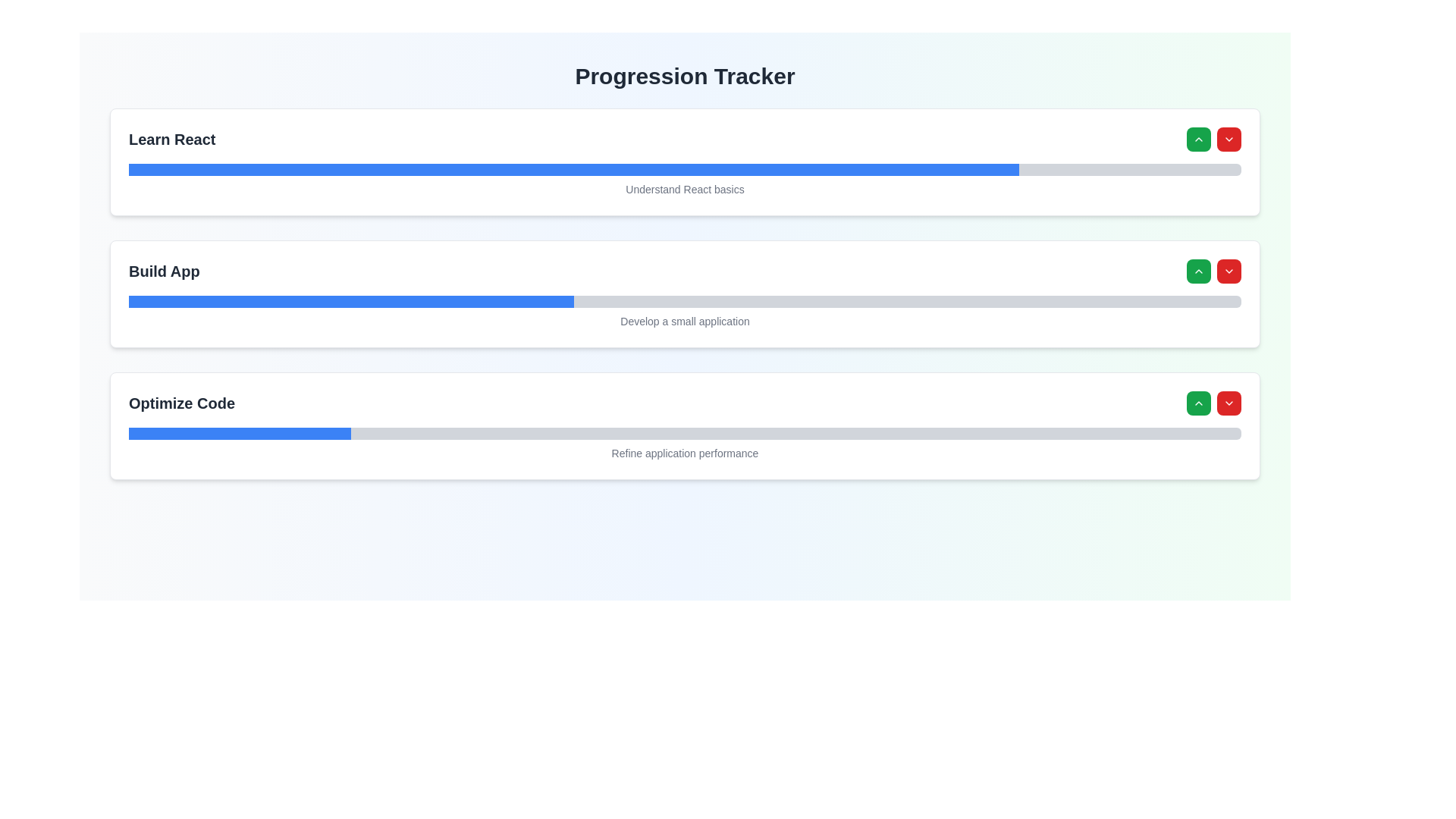 This screenshot has width=1456, height=819. Describe the element at coordinates (1197, 403) in the screenshot. I see `the green button located at the far-right end of the 'Optimize Code' section's progress bar` at that location.